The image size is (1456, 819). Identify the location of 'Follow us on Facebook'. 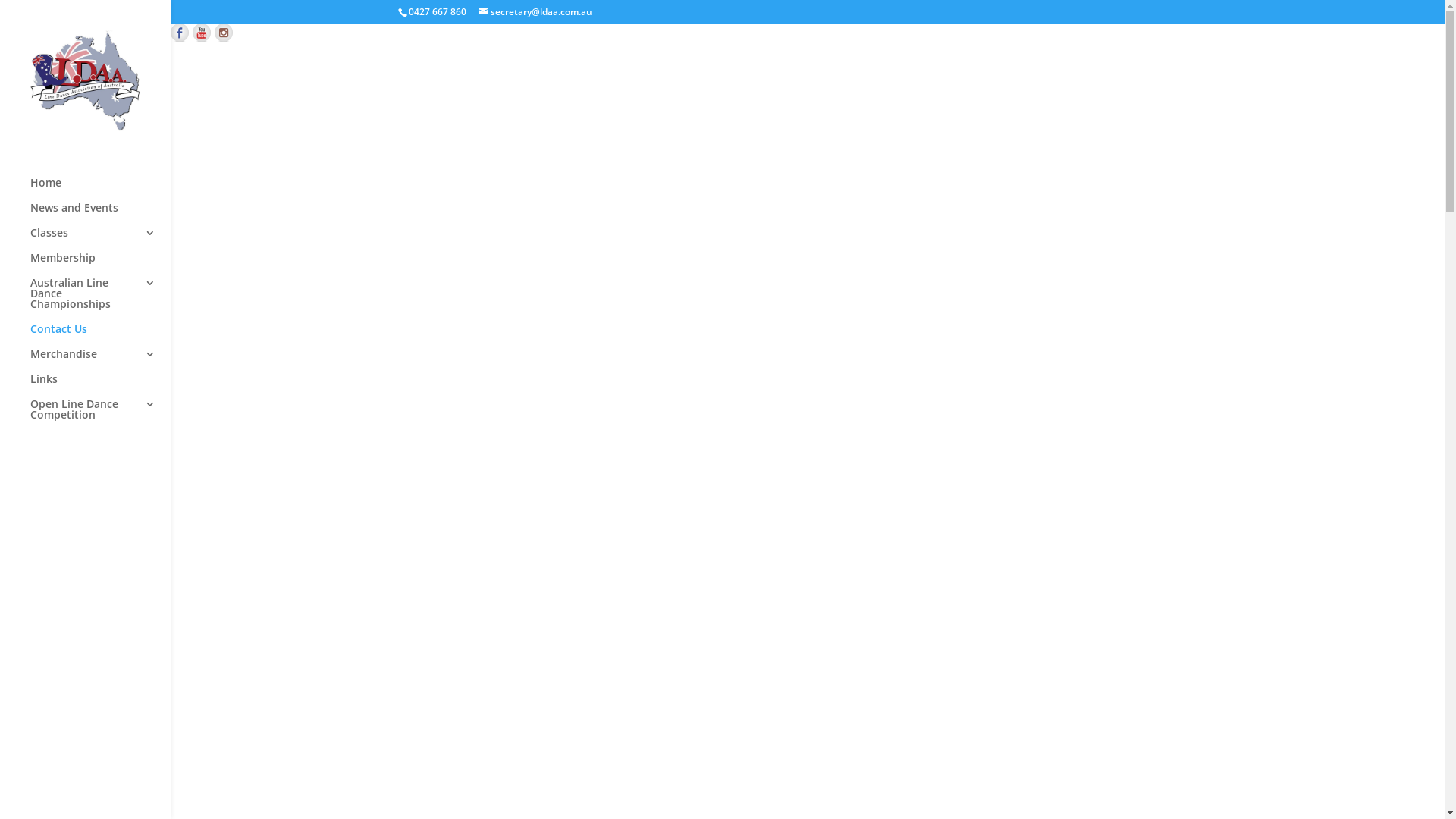
(179, 32).